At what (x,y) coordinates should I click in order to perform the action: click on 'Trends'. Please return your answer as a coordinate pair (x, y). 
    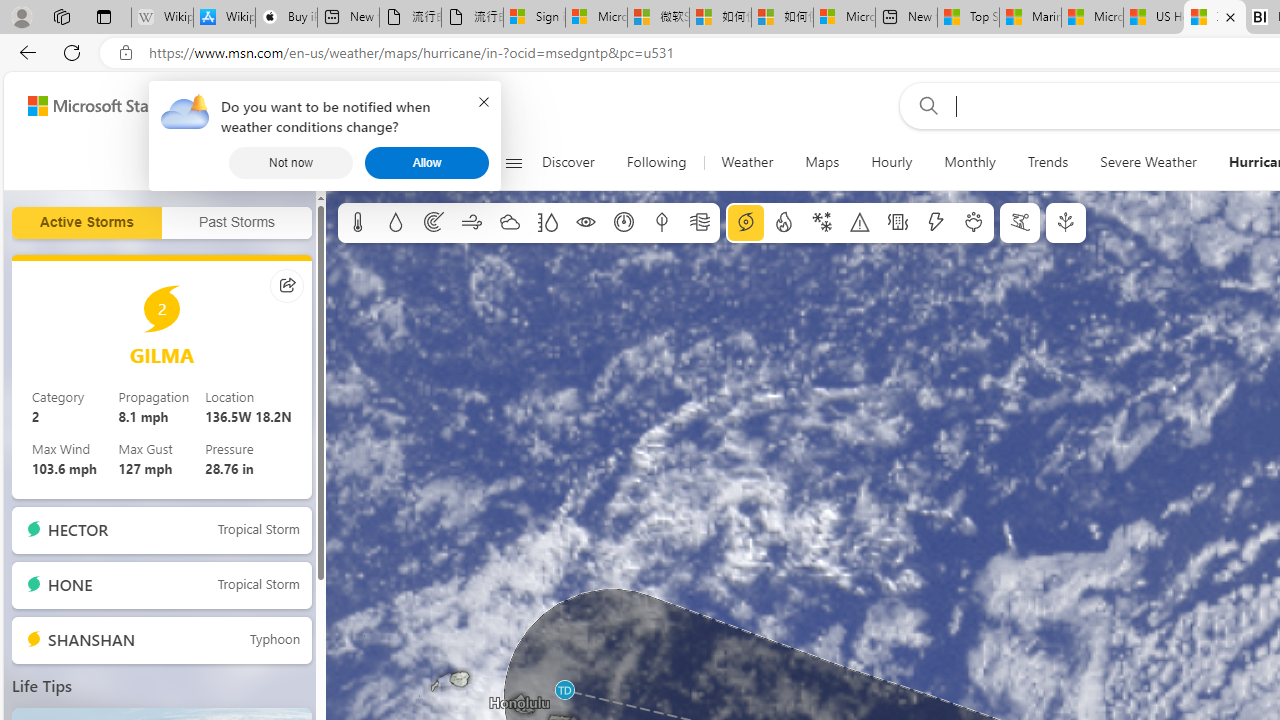
    Looking at the image, I should click on (1047, 162).